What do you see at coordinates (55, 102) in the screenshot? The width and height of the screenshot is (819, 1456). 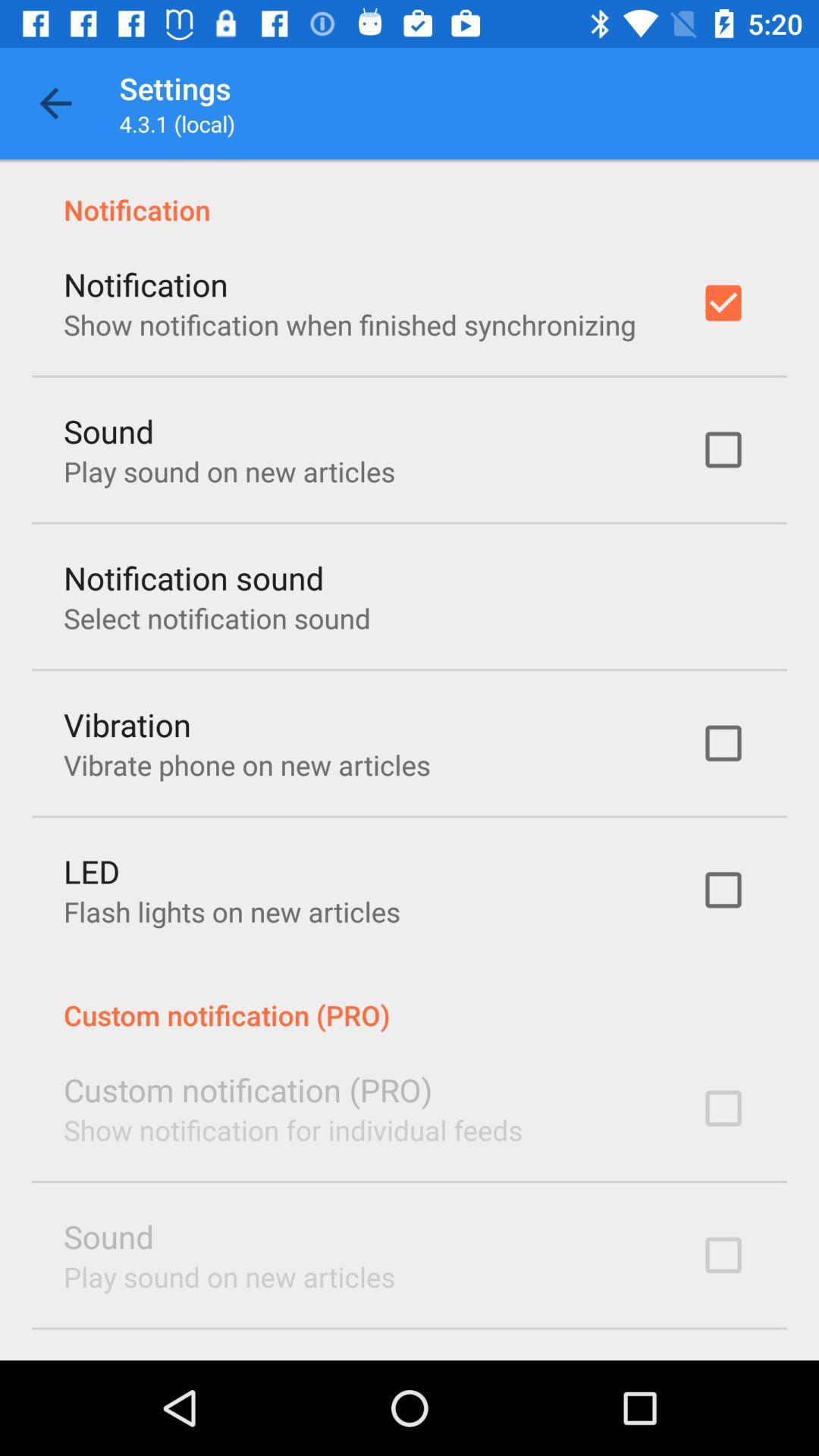 I see `the app to the left of the settings app` at bounding box center [55, 102].